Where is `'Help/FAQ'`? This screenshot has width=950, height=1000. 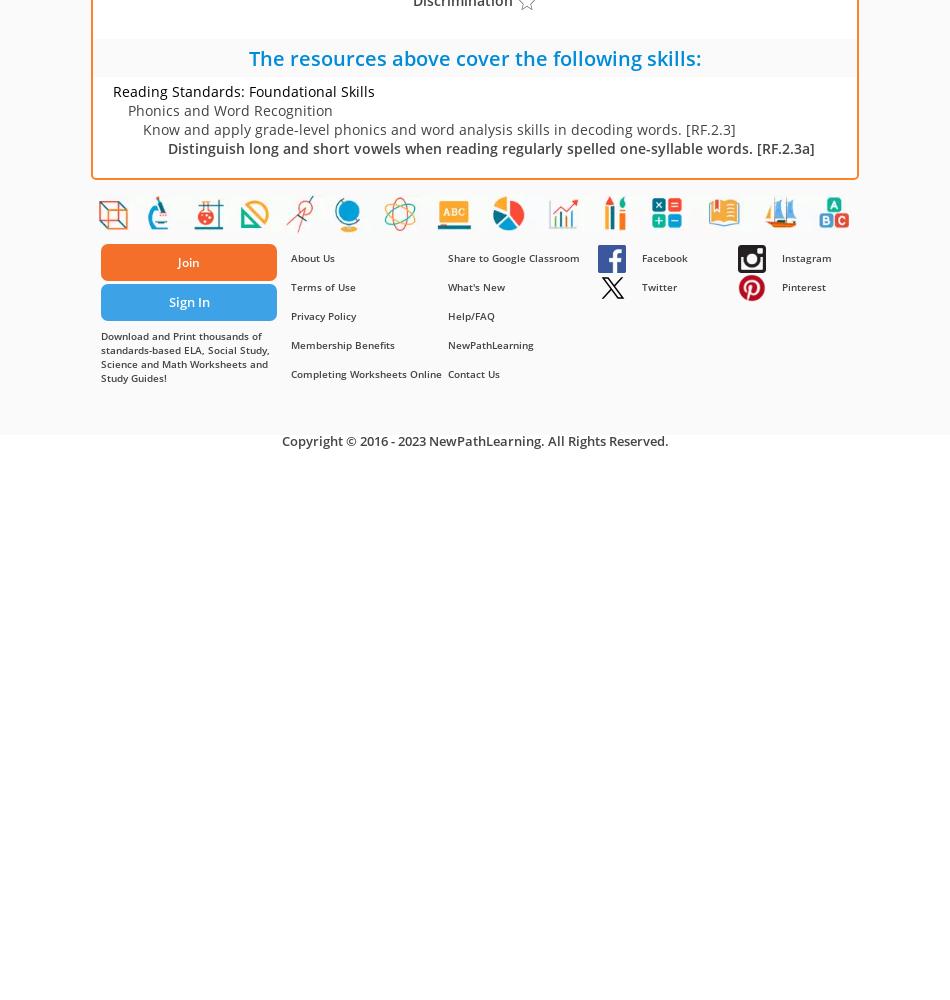
'Help/FAQ' is located at coordinates (447, 315).